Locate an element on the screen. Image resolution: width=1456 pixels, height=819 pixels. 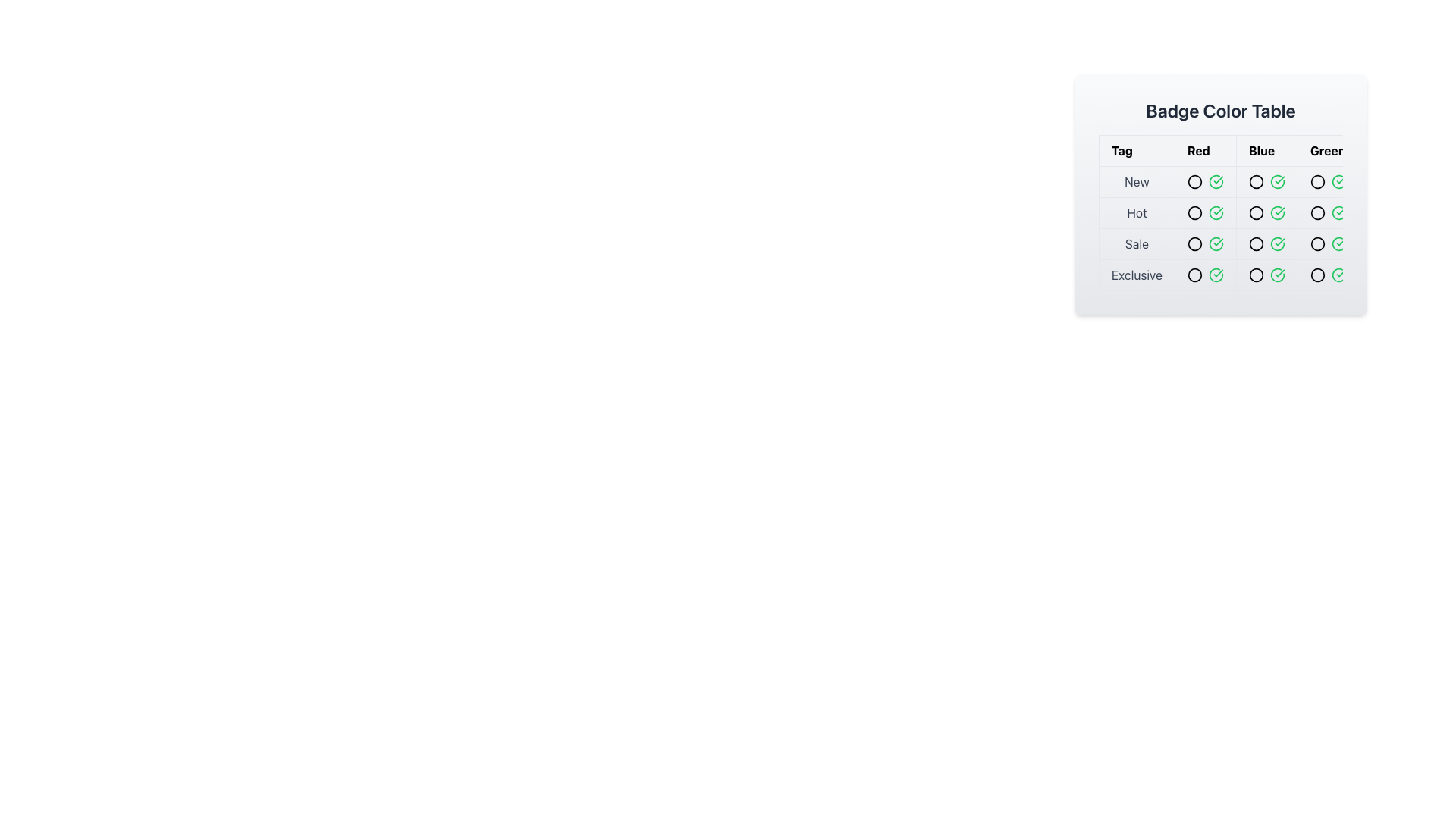
the circular icon in the 'Green' column aligned with the 'Sale' row in the 'Badge Color Table' for interaction is located at coordinates (1316, 243).